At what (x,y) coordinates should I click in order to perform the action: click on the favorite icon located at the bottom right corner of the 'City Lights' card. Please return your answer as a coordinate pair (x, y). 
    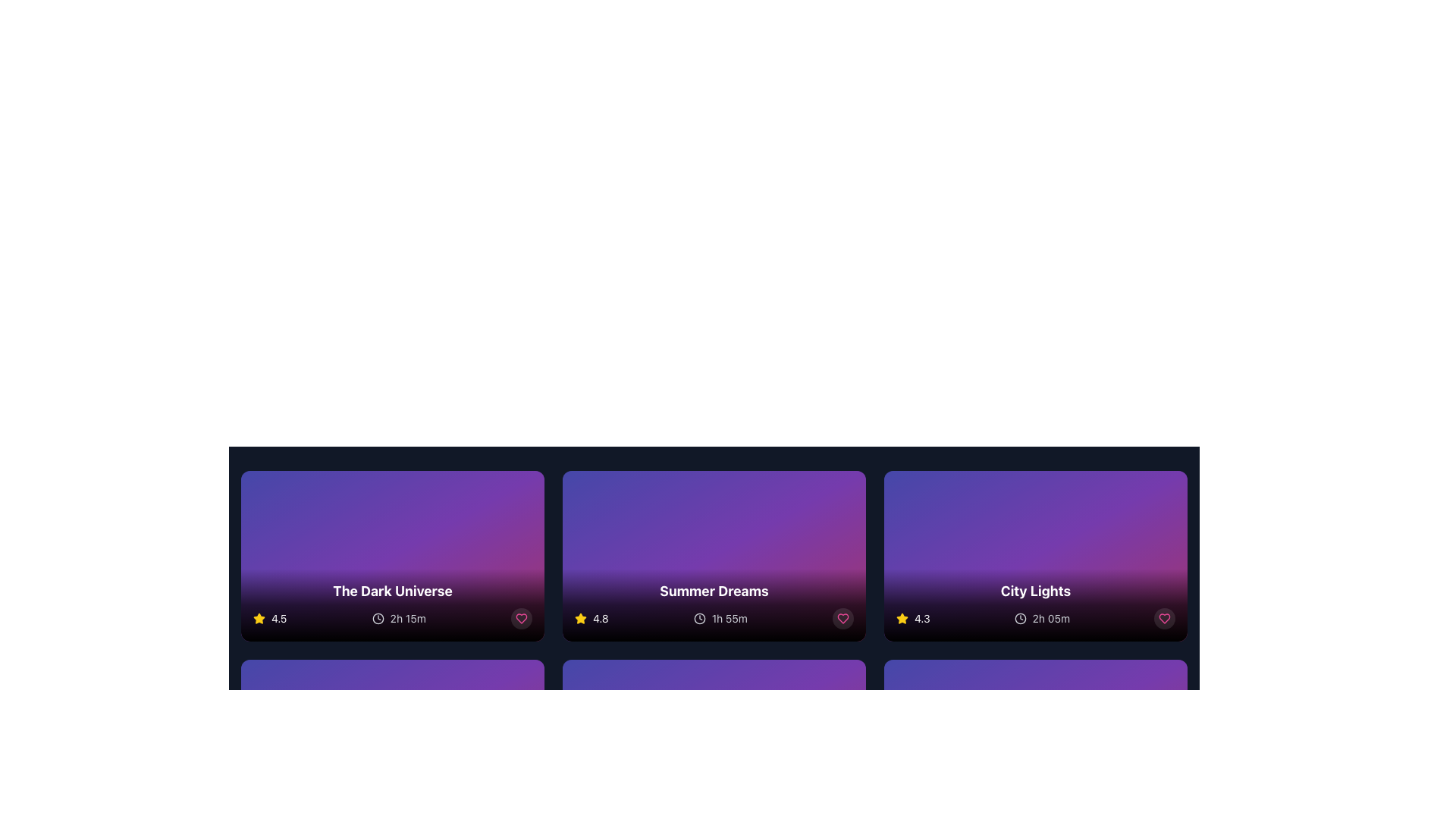
    Looking at the image, I should click on (1164, 619).